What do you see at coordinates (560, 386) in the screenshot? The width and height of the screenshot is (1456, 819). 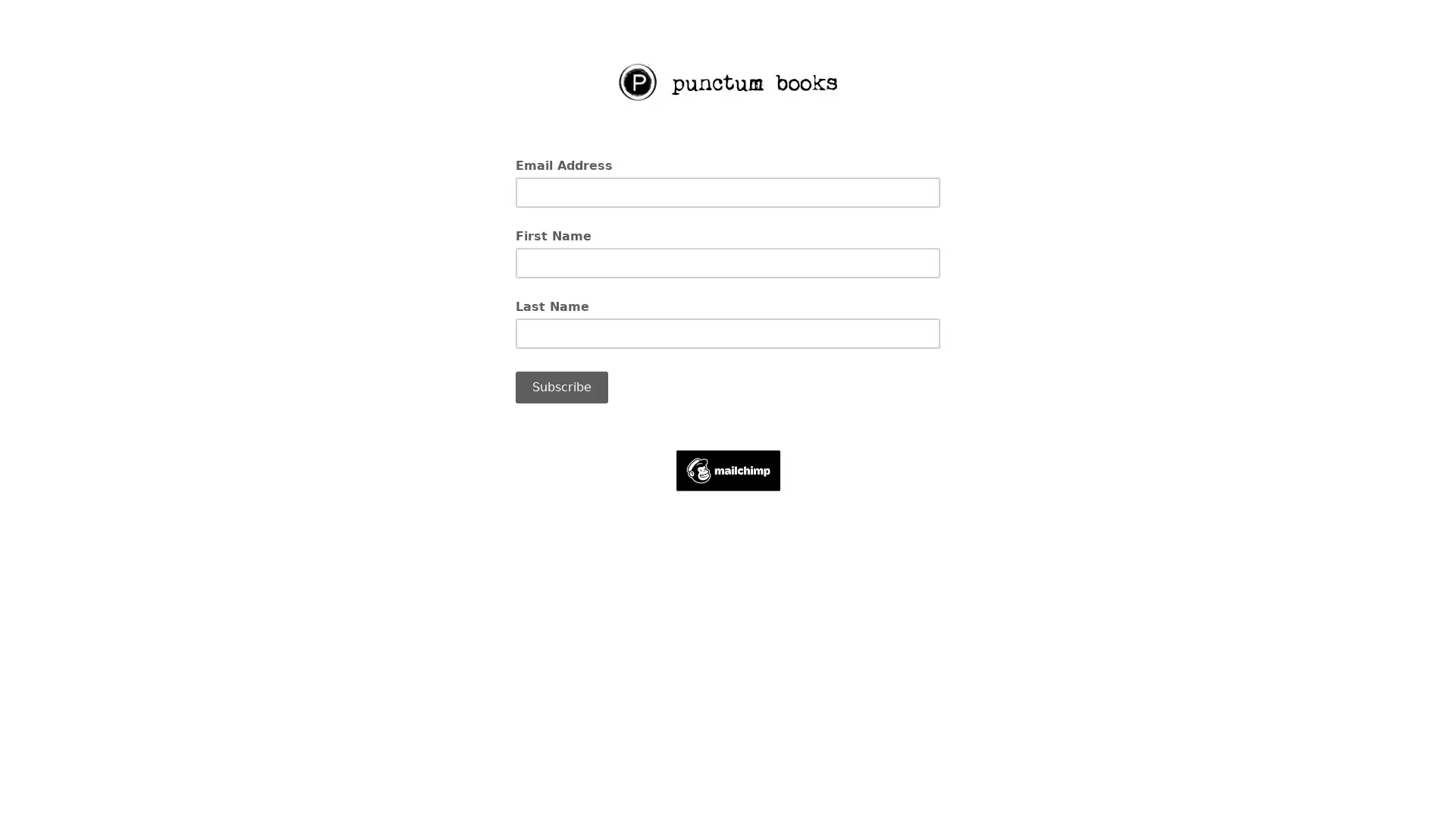 I see `Subscribe` at bounding box center [560, 386].